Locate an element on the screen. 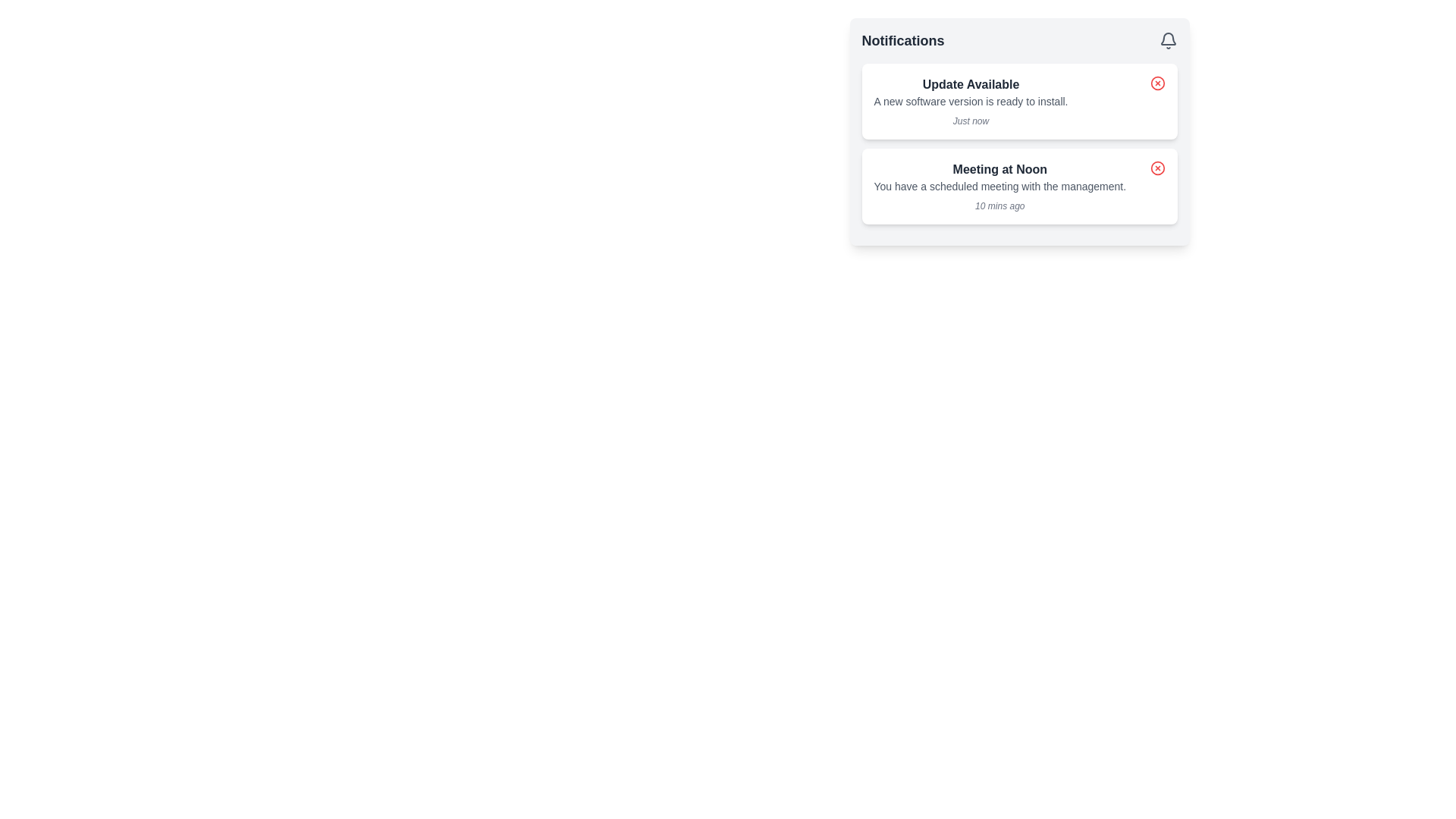 This screenshot has height=819, width=1456. the text headline 'Update Available' is located at coordinates (971, 84).